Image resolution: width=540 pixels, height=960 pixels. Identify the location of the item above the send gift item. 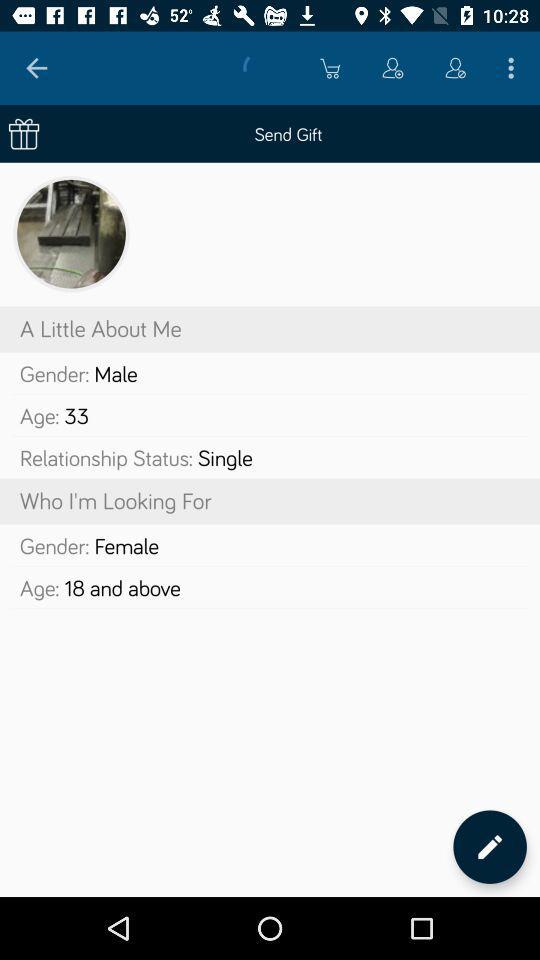
(36, 68).